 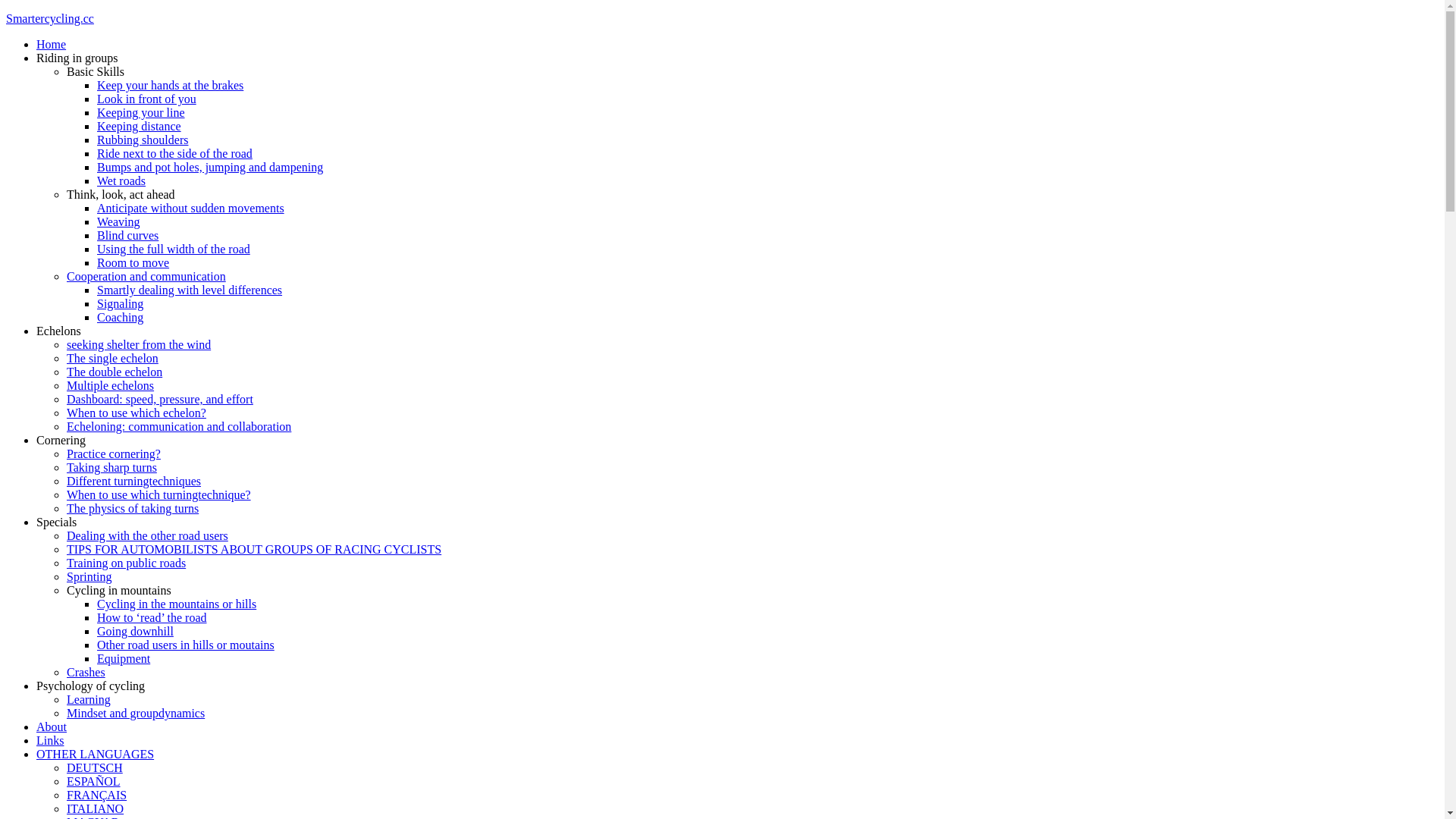 What do you see at coordinates (120, 180) in the screenshot?
I see `'Wet roads'` at bounding box center [120, 180].